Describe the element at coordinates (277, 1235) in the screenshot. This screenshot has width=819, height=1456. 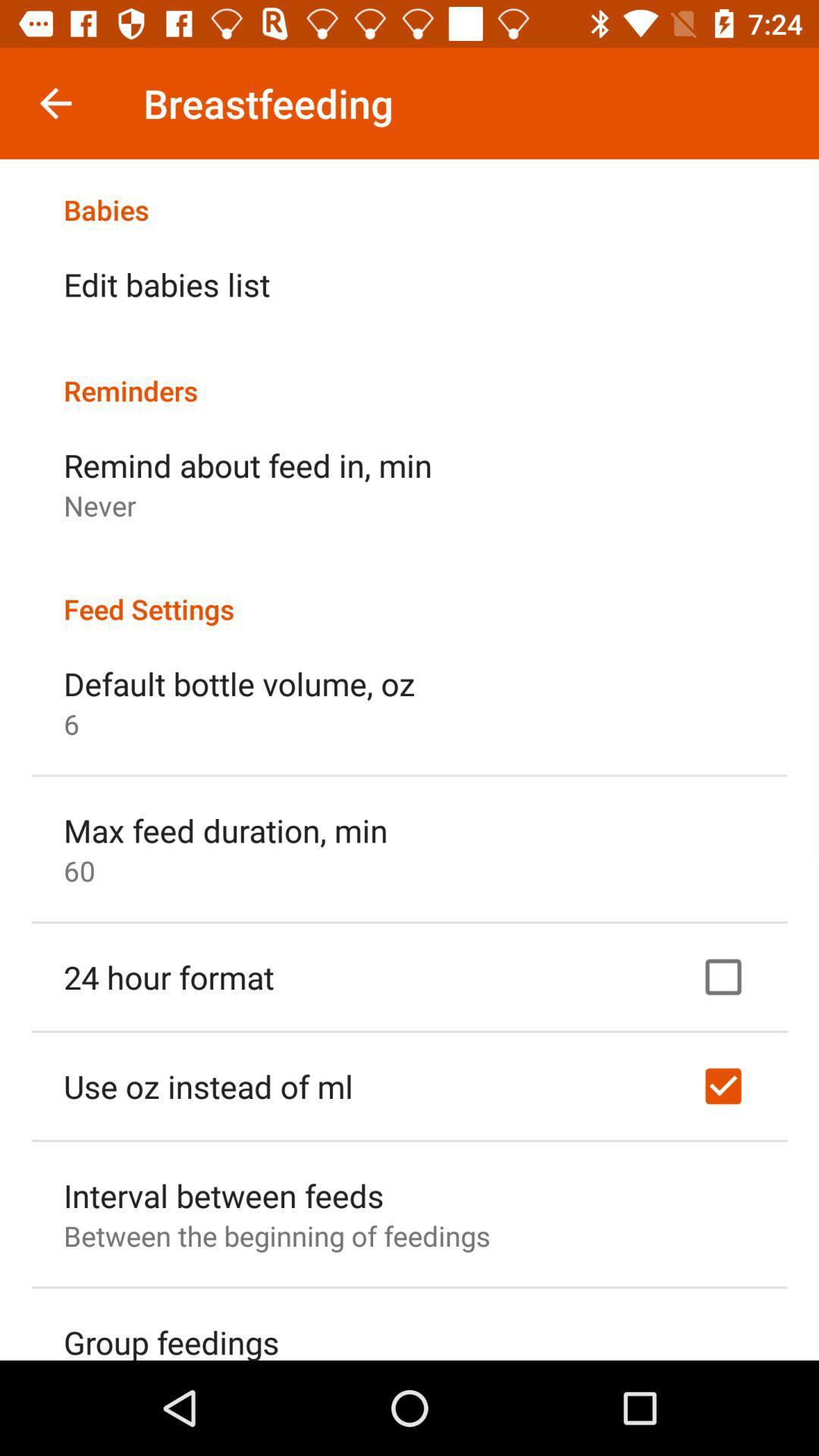
I see `icon above the group feedings icon` at that location.